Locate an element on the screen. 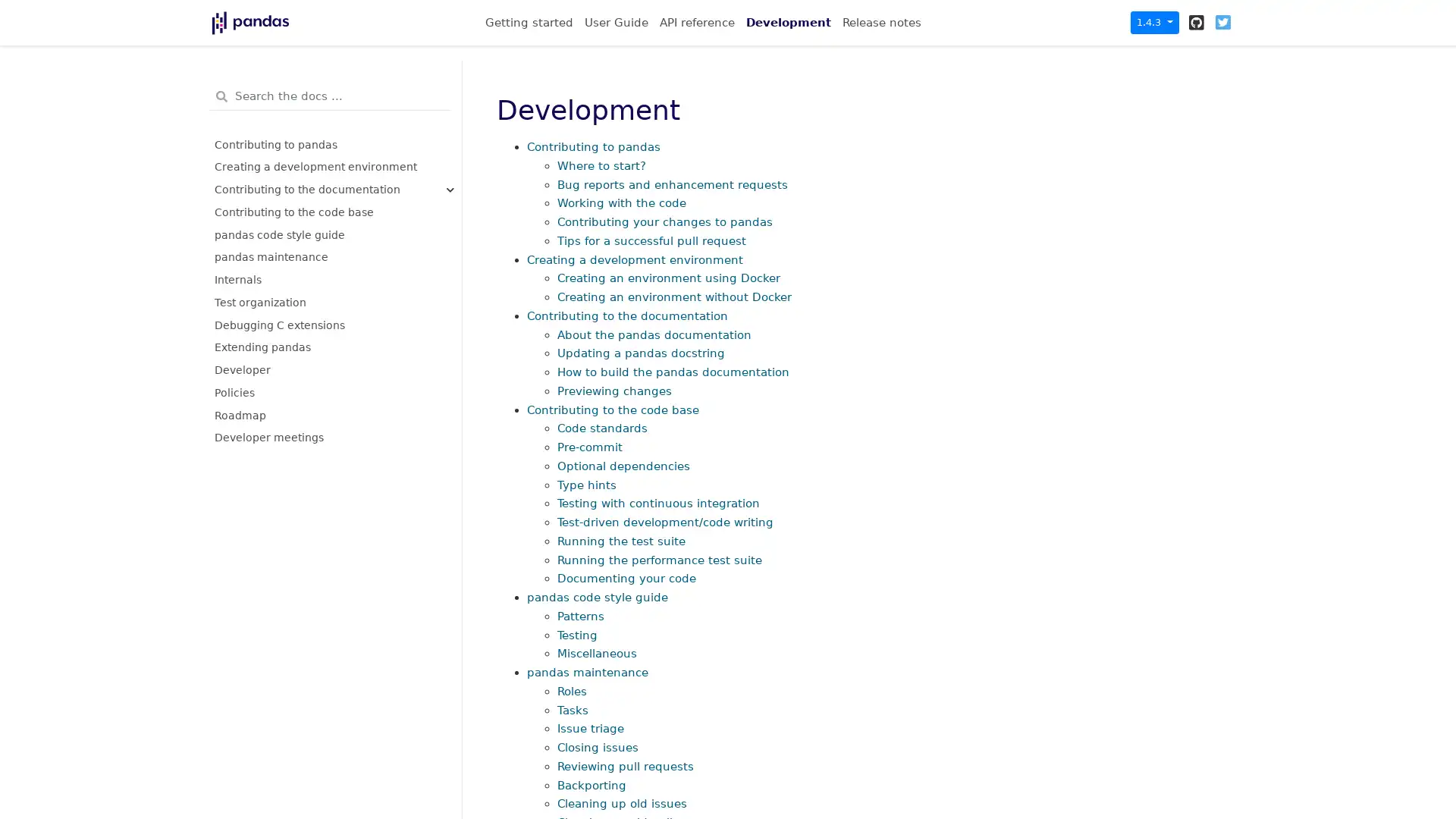  1.4.3 is located at coordinates (1153, 22).